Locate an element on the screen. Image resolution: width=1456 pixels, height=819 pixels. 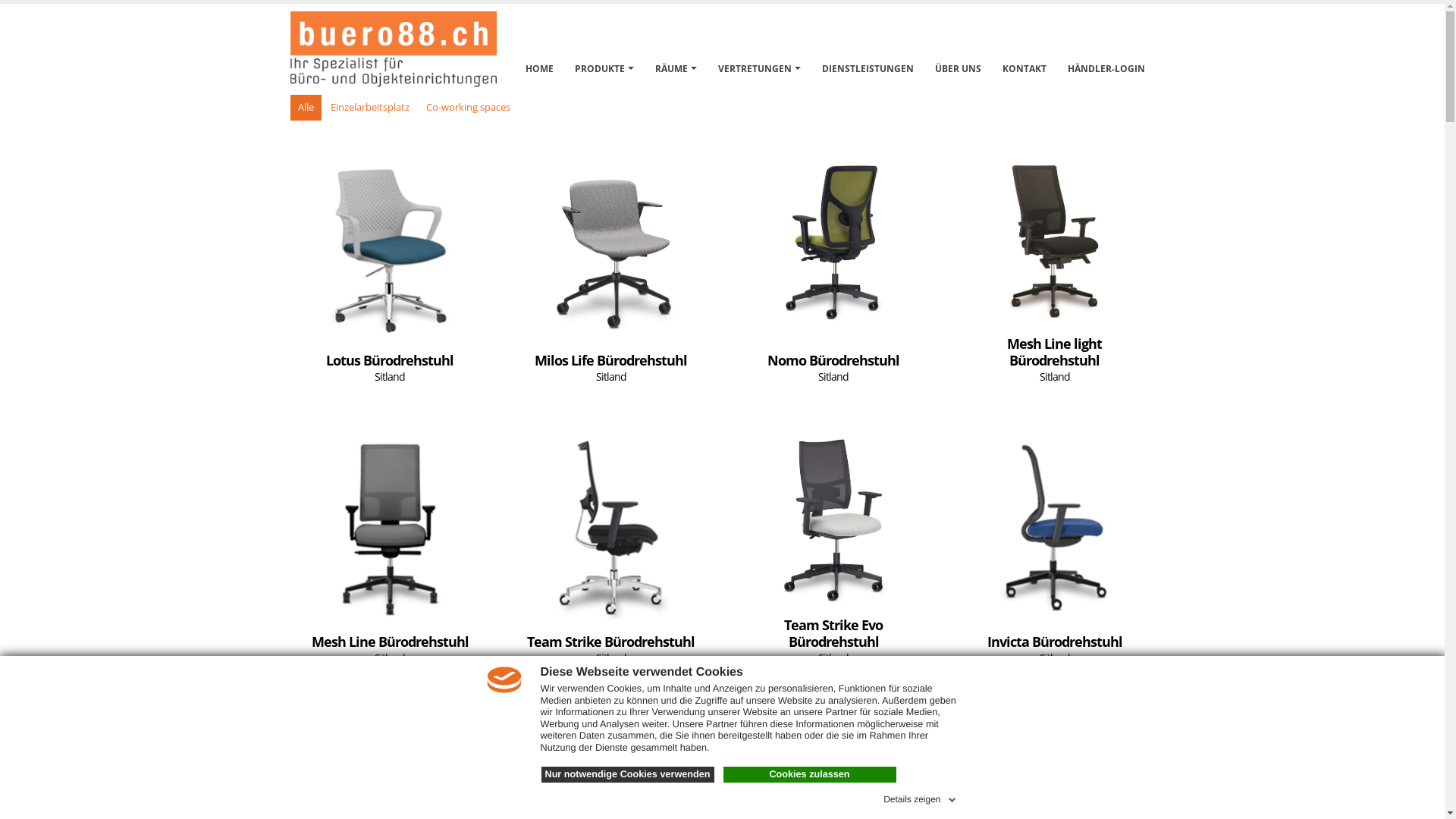
'Alle' is located at coordinates (290, 107).